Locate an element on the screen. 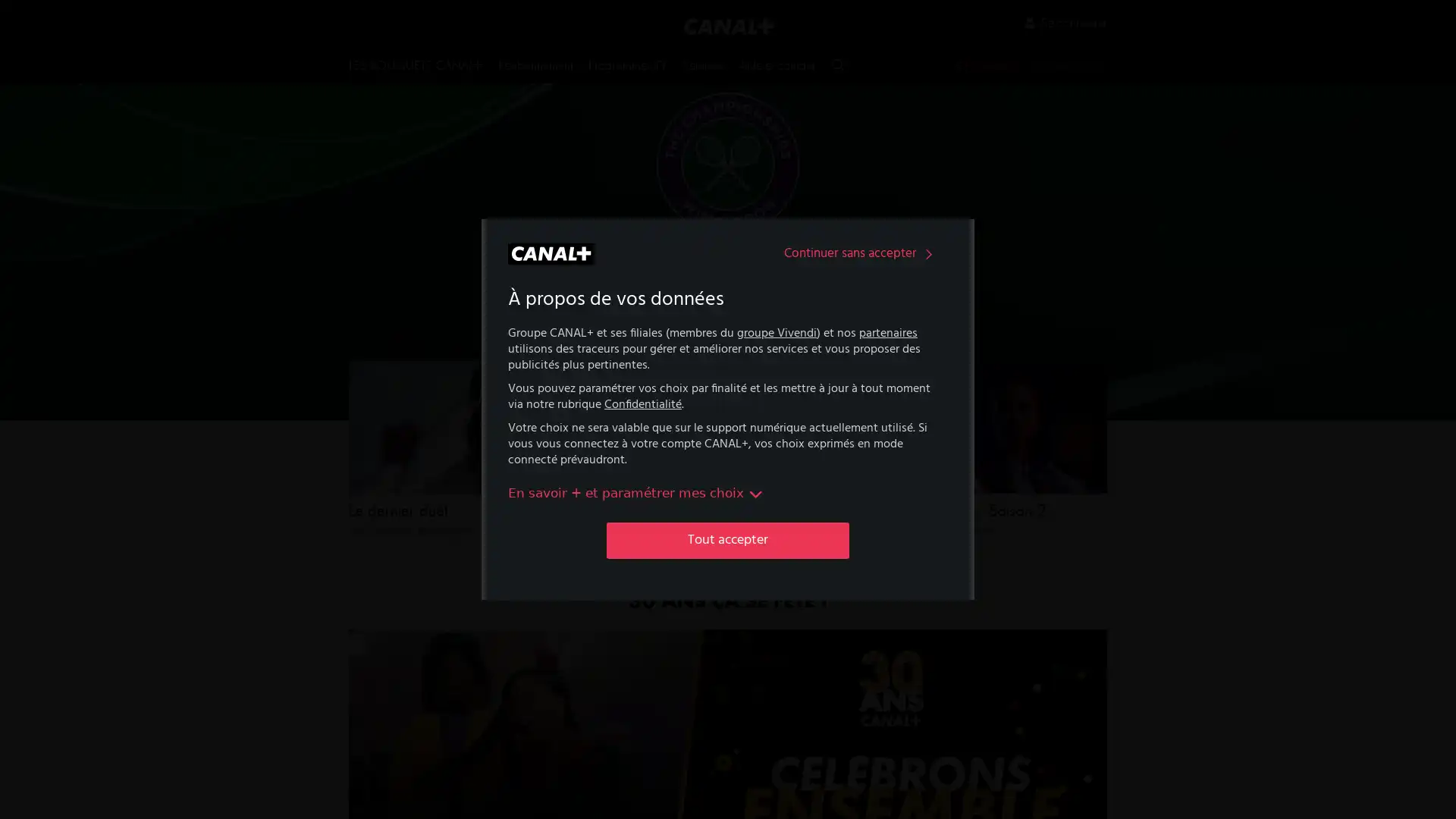 The image size is (1456, 819). Senegal is located at coordinates (872, 488).